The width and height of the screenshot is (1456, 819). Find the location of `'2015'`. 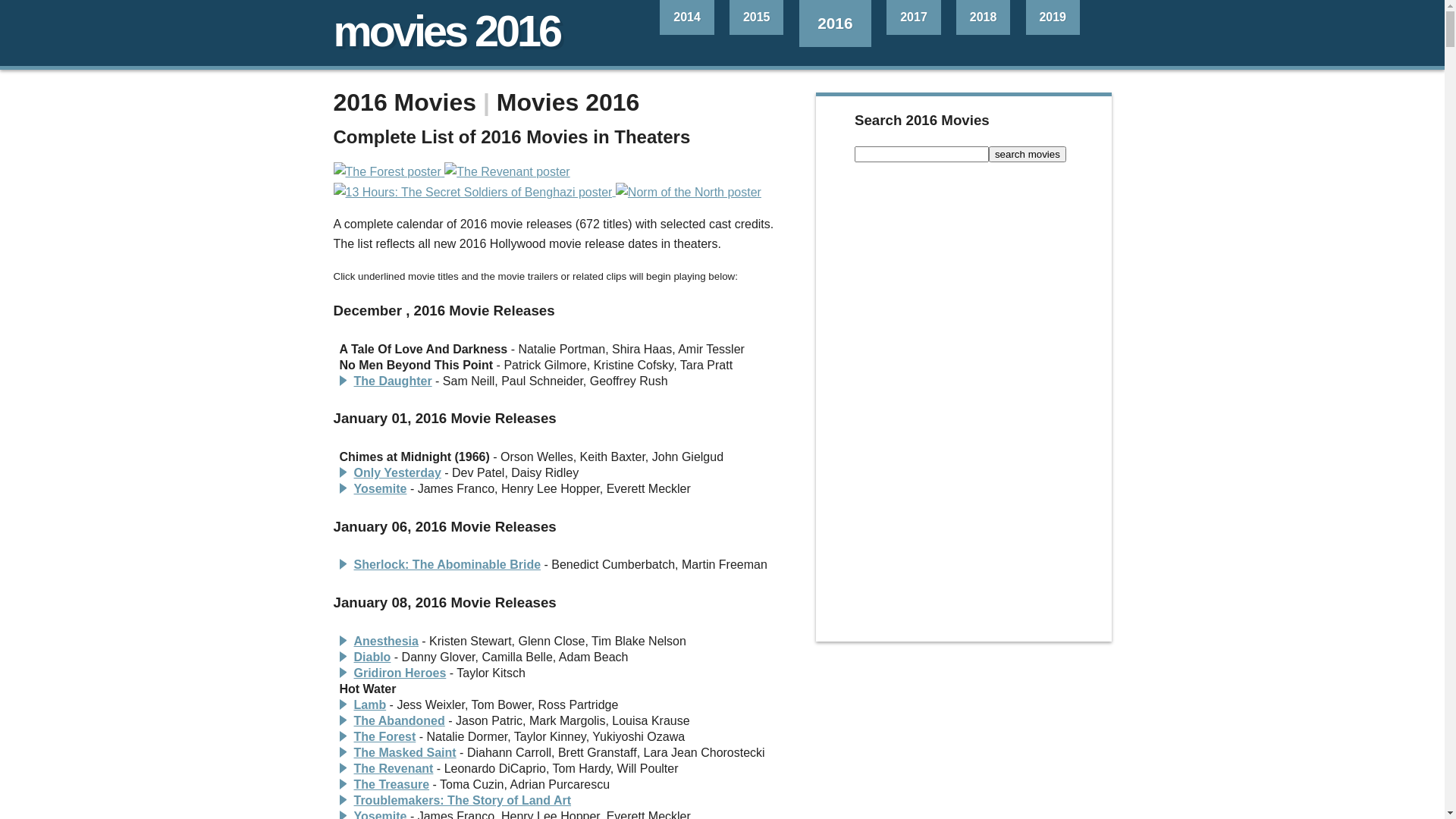

'2015' is located at coordinates (729, 17).